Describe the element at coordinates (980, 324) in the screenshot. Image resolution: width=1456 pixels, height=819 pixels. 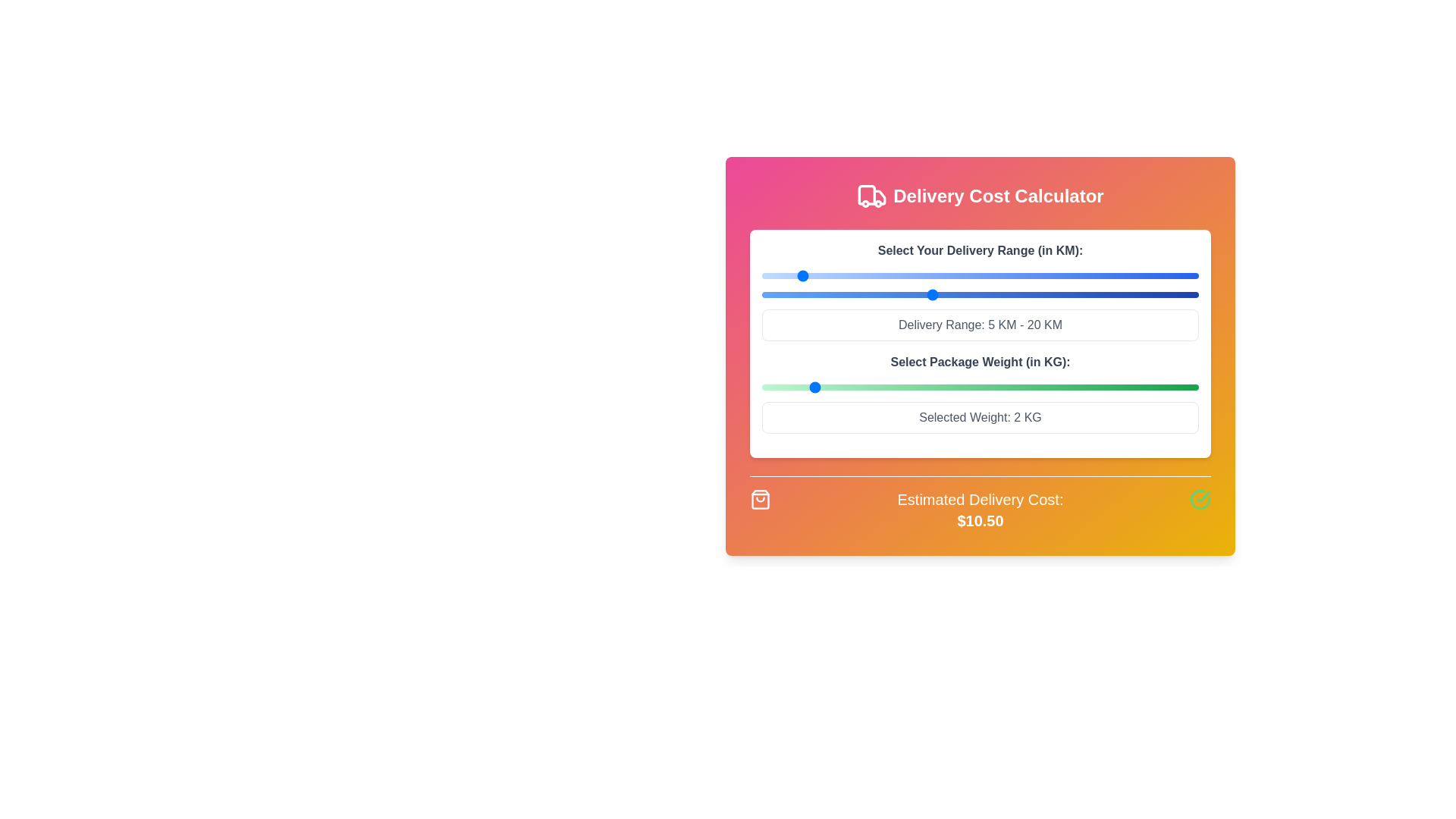
I see `the informational text box that provides details about the currently selected delivery range, located below the two blue sliders in the 'Select Your Delivery Range (in KM)' section` at that location.